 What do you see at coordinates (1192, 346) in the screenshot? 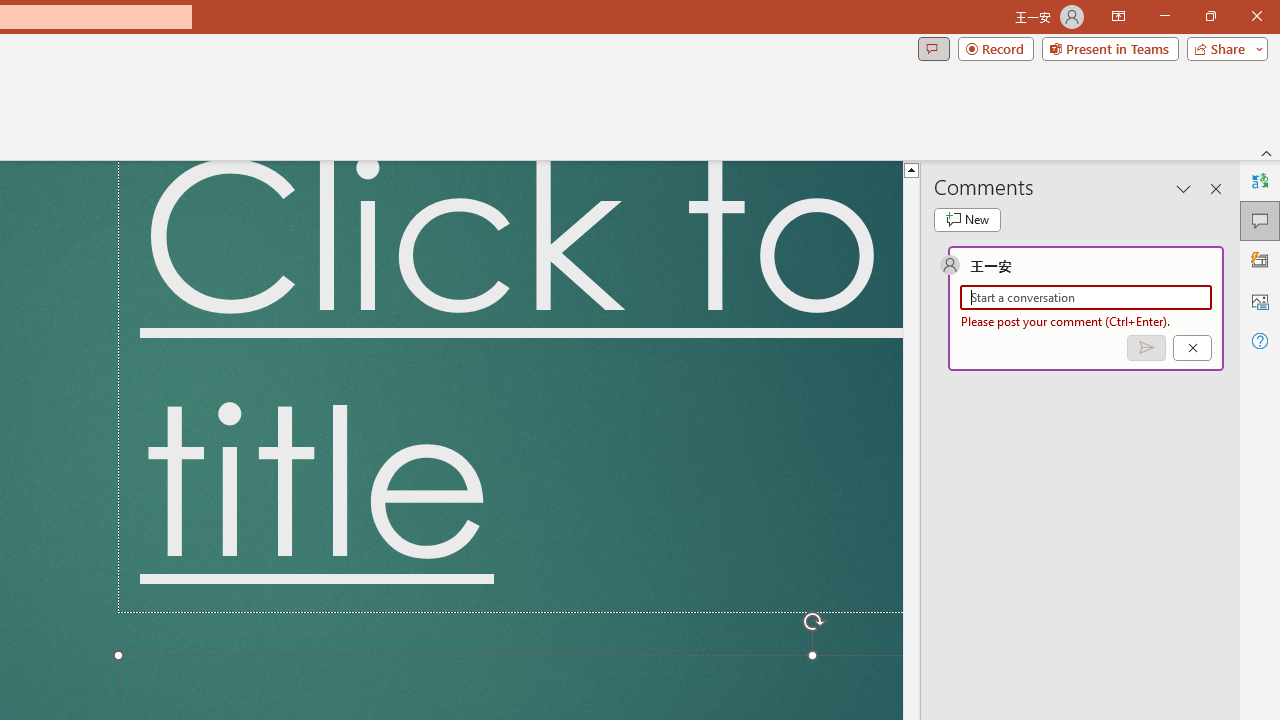
I see `'Cancel'` at bounding box center [1192, 346].